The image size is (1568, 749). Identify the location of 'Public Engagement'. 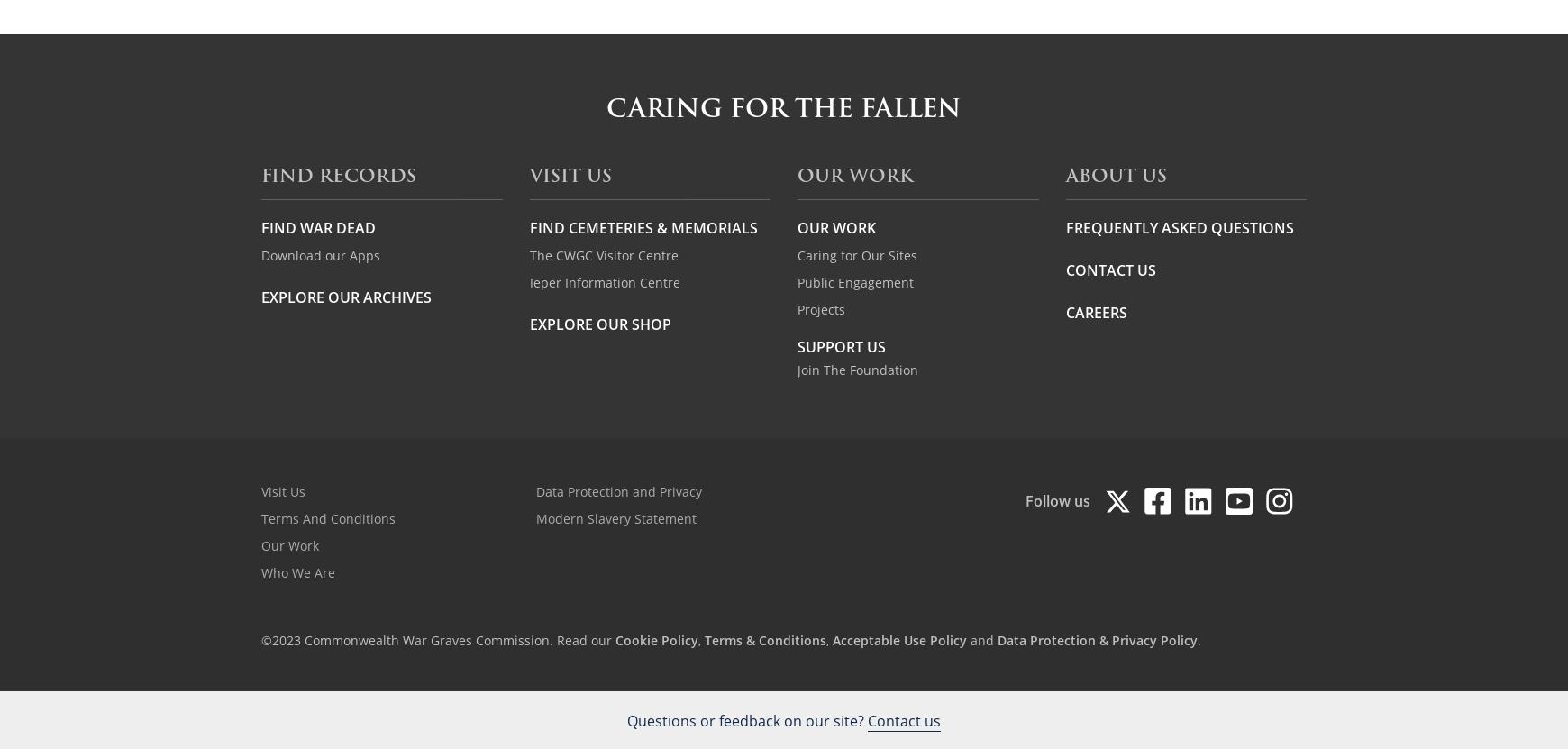
(854, 281).